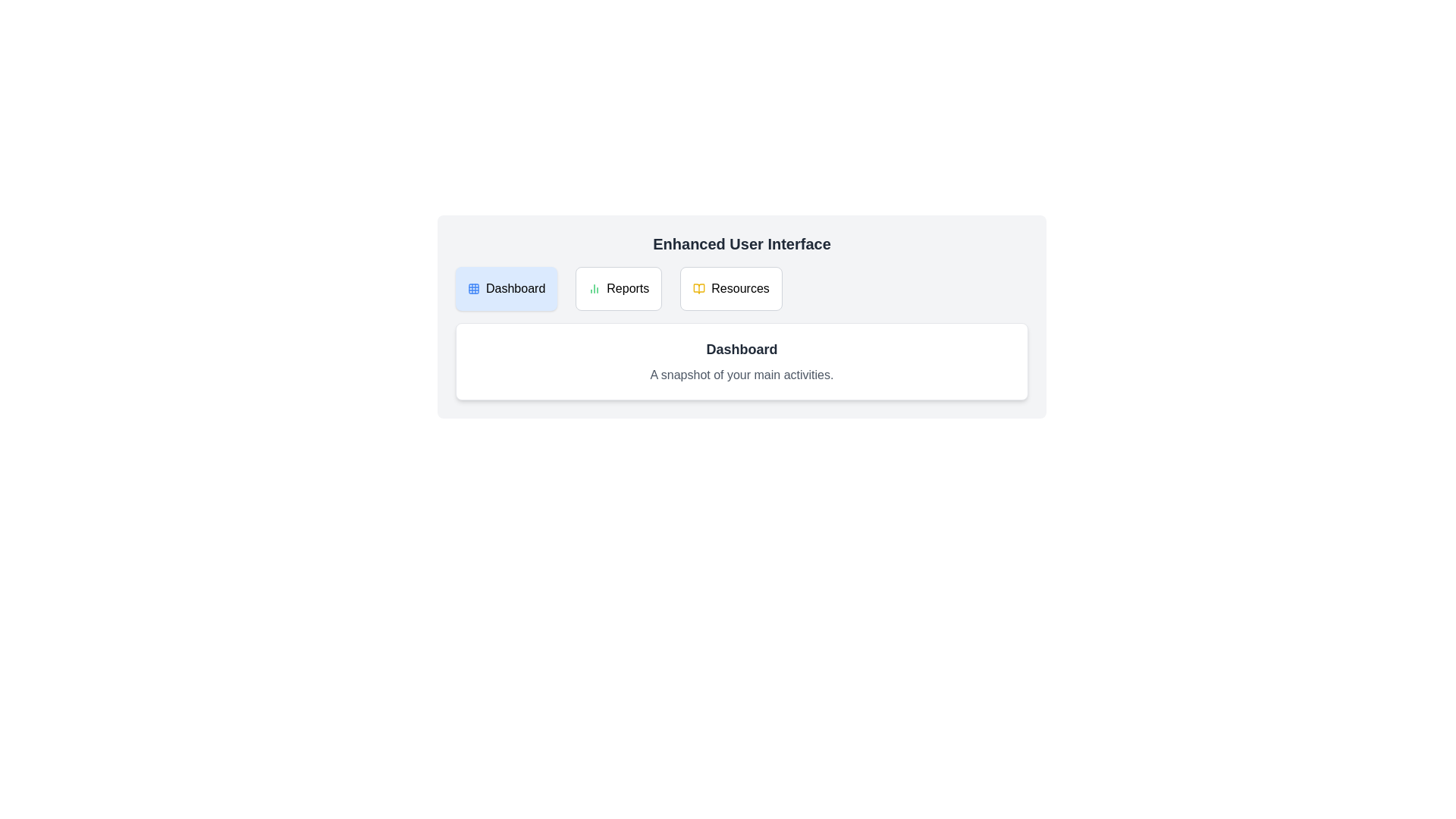 The width and height of the screenshot is (1456, 819). Describe the element at coordinates (506, 289) in the screenshot. I see `the tab labeled Dashboard` at that location.